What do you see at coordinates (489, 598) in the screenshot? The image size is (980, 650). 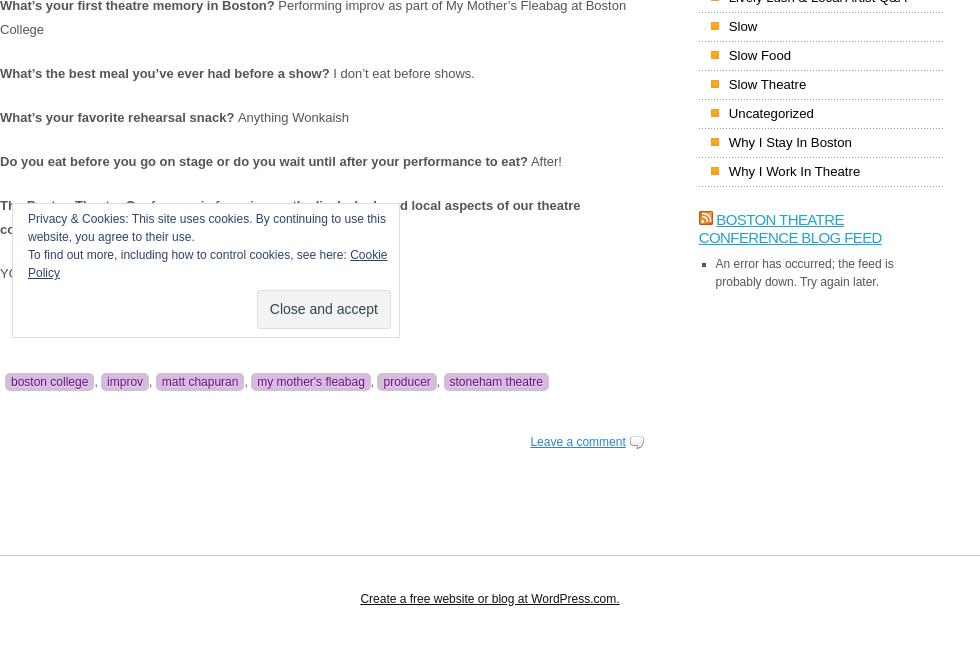 I see `'Create a free website or blog at WordPress.com.'` at bounding box center [489, 598].